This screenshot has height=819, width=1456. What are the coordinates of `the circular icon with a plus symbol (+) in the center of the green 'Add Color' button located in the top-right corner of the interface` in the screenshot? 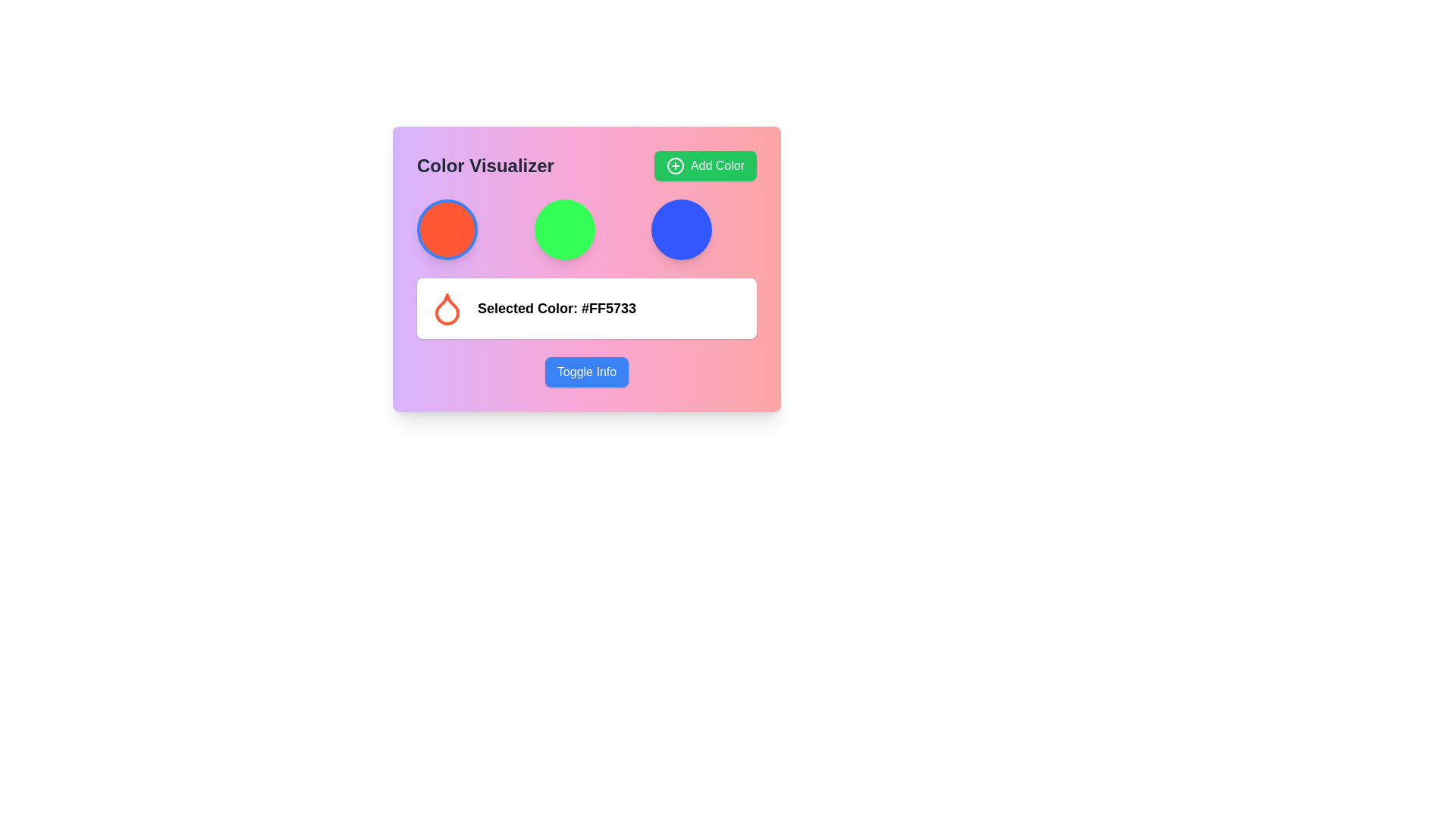 It's located at (674, 166).